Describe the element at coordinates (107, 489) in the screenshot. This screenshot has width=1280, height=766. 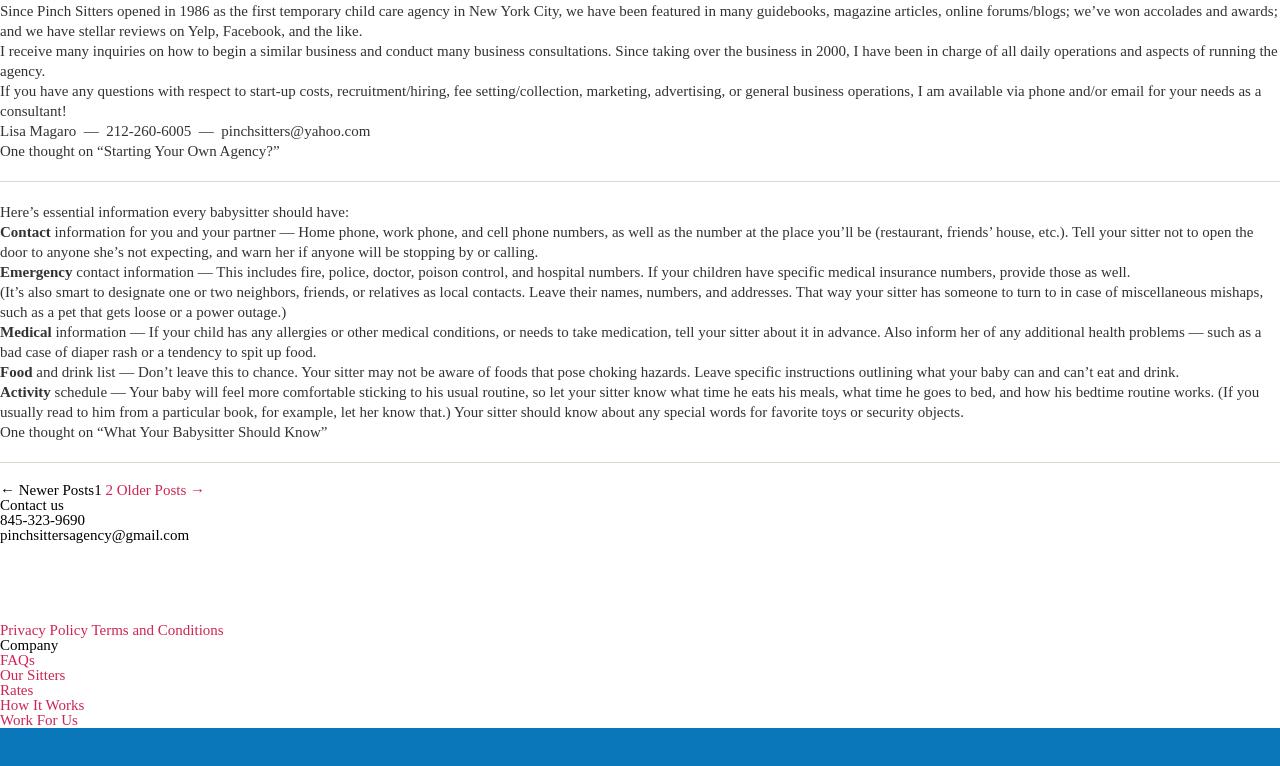
I see `'2'` at that location.